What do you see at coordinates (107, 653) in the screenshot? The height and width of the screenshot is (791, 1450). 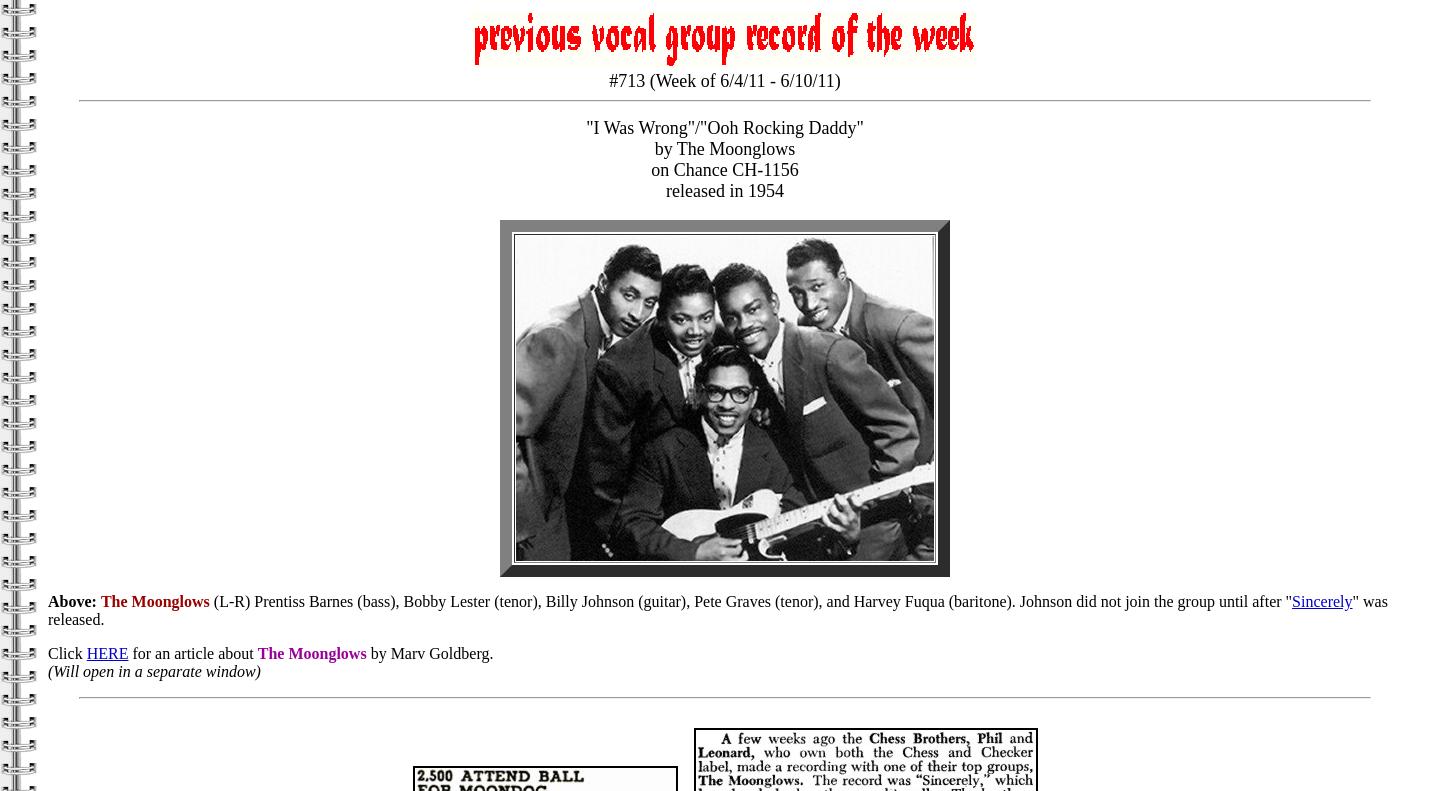 I see `'HERE'` at bounding box center [107, 653].